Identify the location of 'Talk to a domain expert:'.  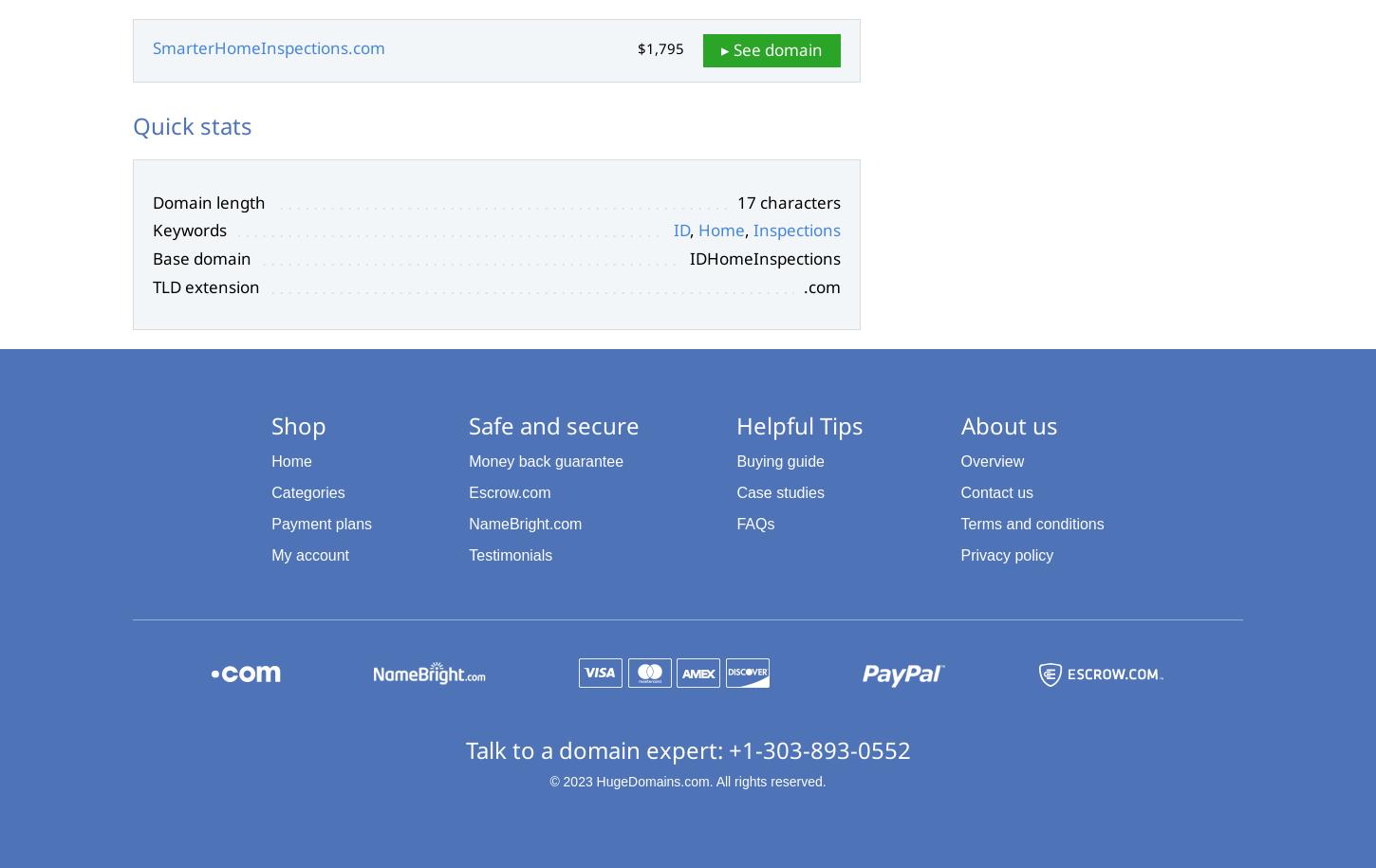
(595, 748).